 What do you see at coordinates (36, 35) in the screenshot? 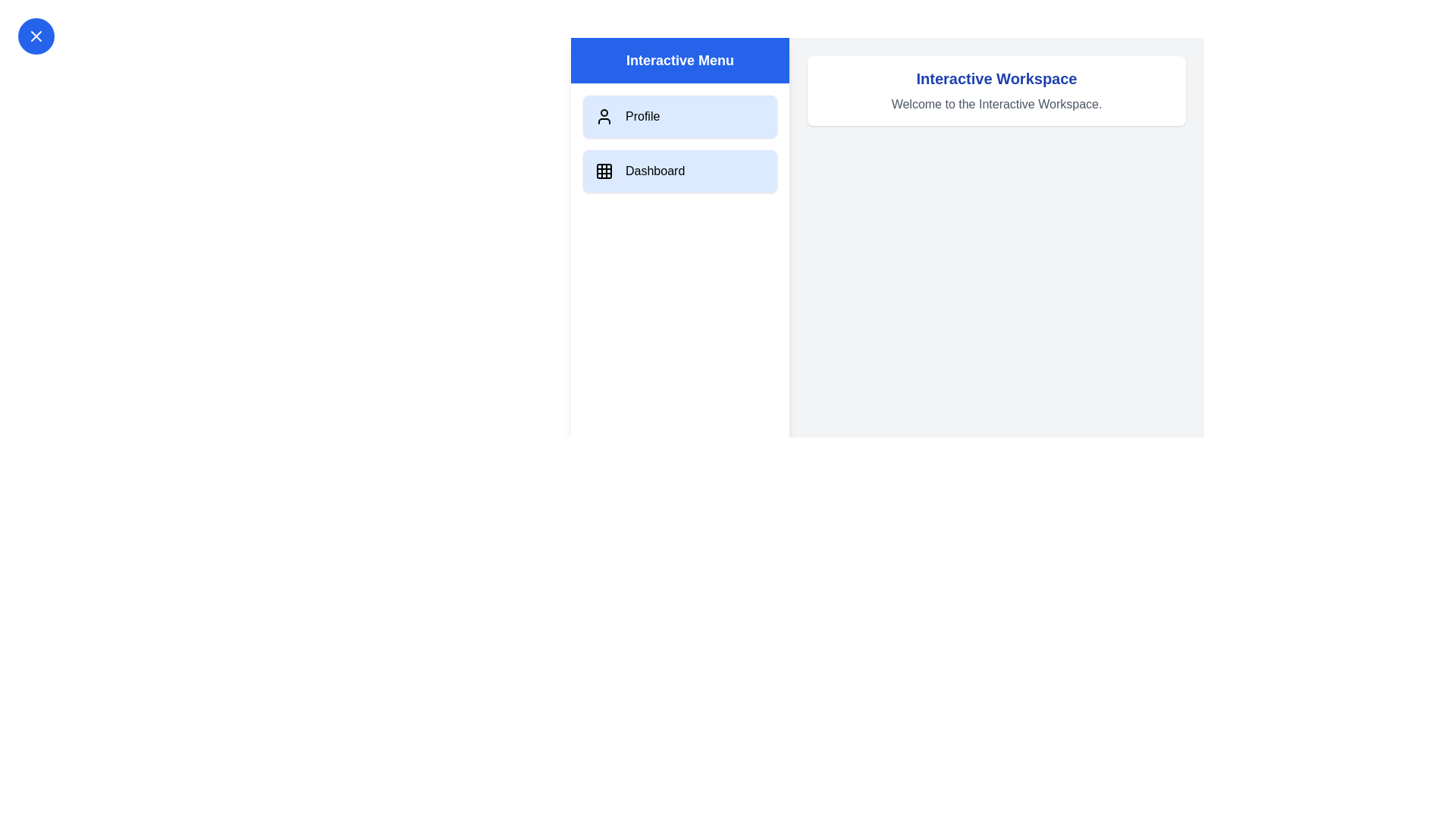
I see `top-left button to toggle the drawer menu` at bounding box center [36, 35].